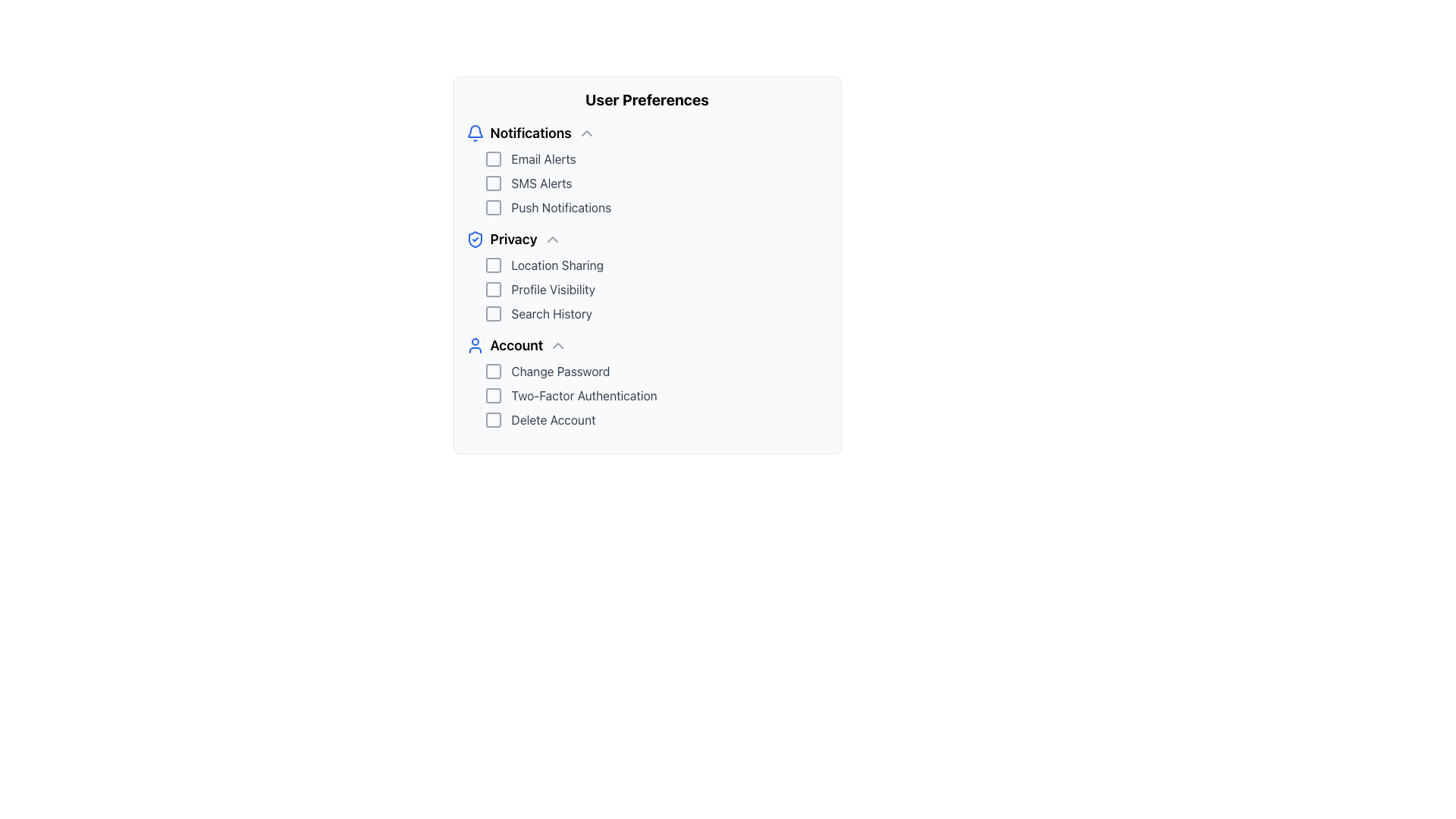 The image size is (1456, 819). Describe the element at coordinates (557, 345) in the screenshot. I see `the dropdown toggle button located to the far right of the 'Account' text and icon` at that location.